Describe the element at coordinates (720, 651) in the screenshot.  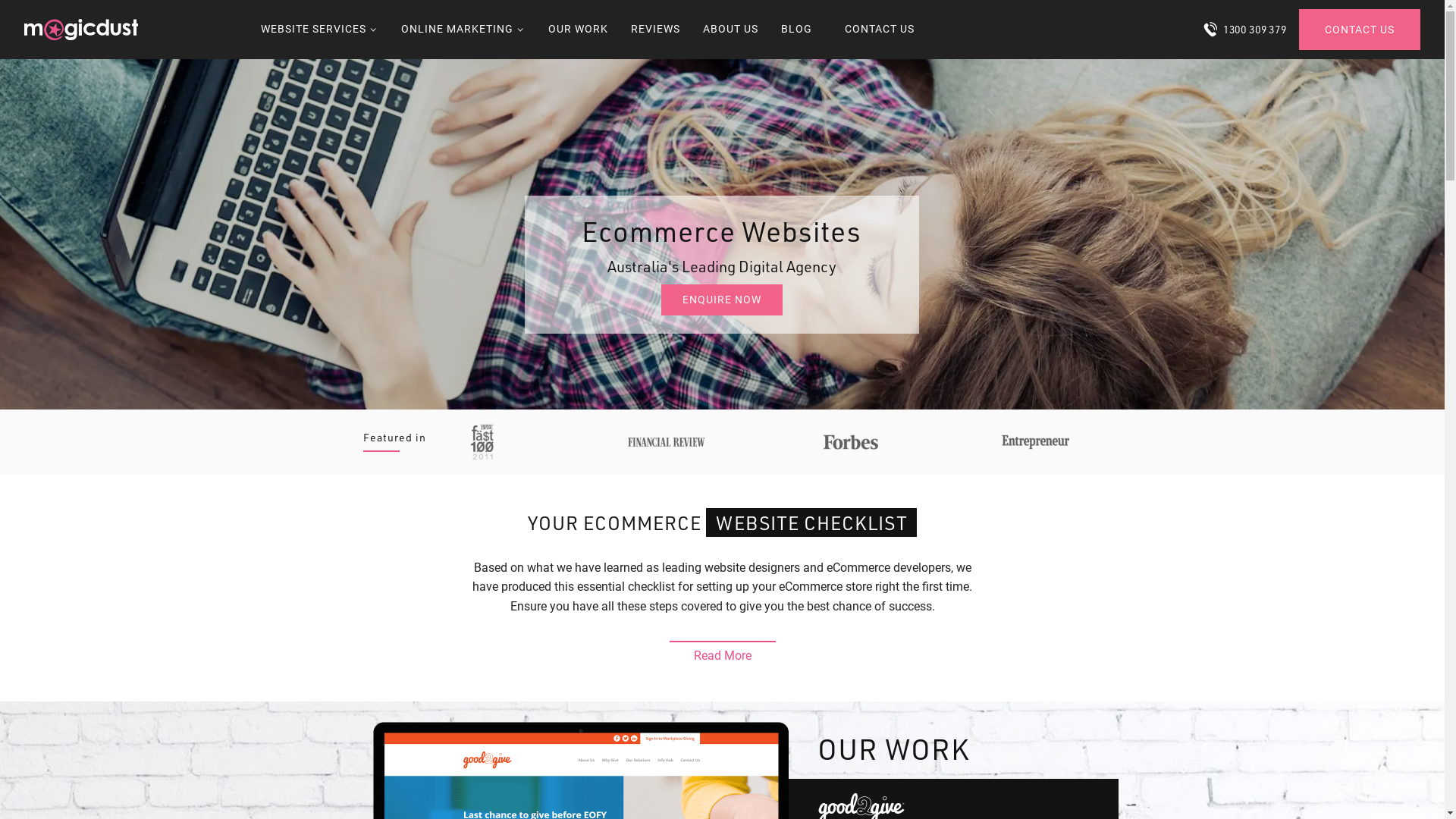
I see `'Read More'` at that location.